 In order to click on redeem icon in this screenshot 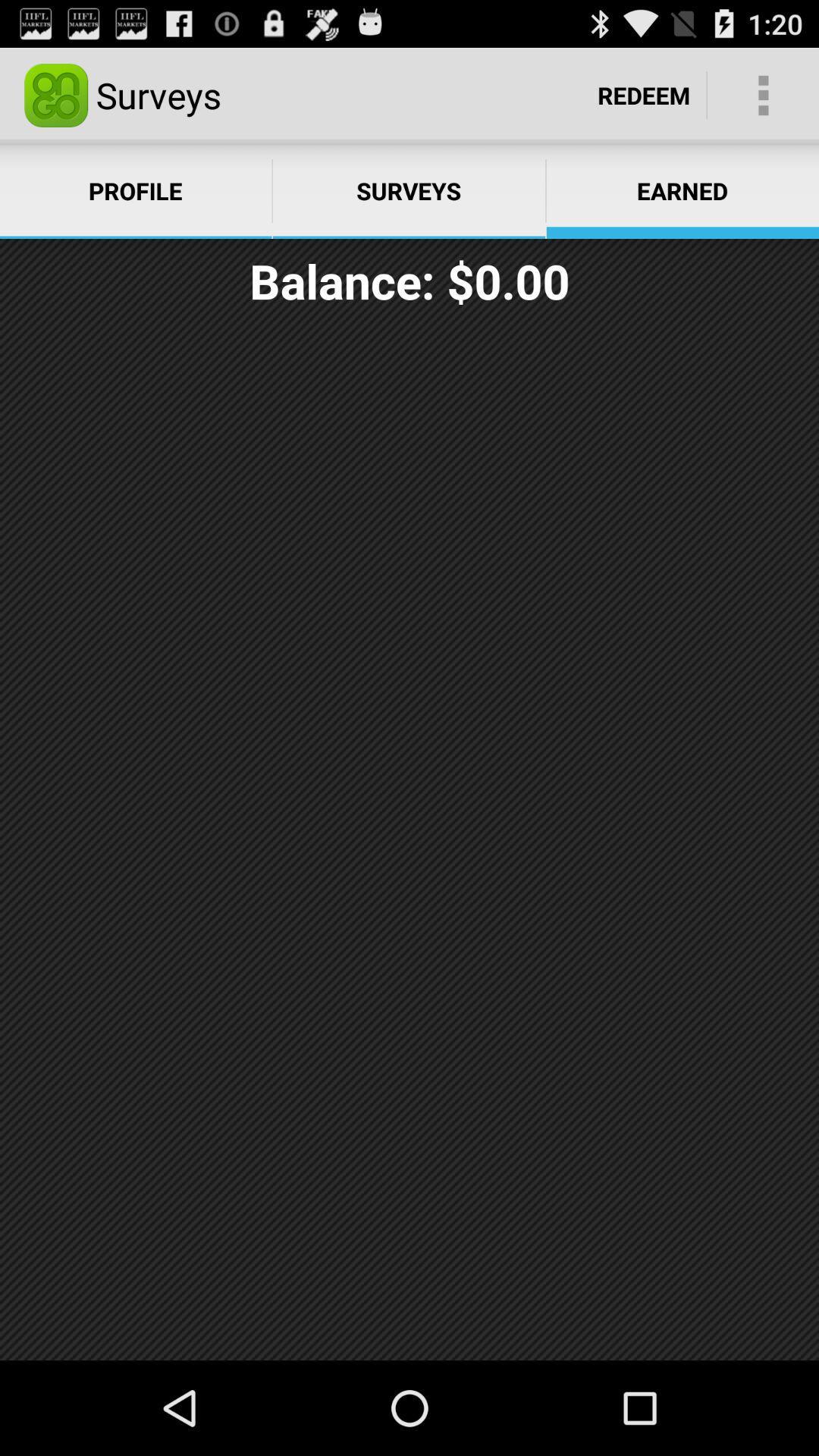, I will do `click(644, 94)`.